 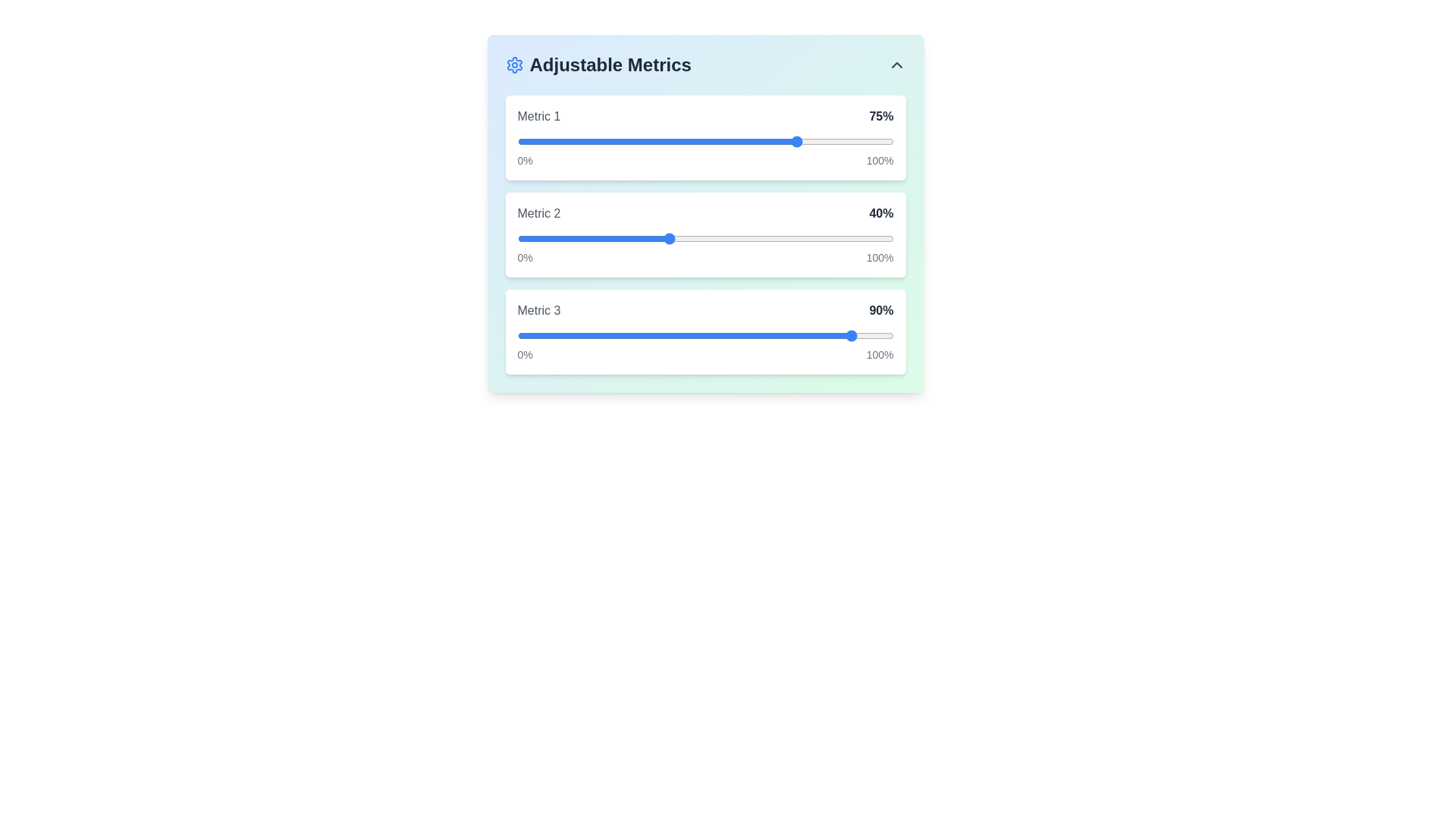 I want to click on the Slider for 'Metric 2' which is visually represented between 'Metric 1' above and 'Metric 3' below, allowing for interactive value adjustment between 0% and 100%, so click(x=704, y=239).